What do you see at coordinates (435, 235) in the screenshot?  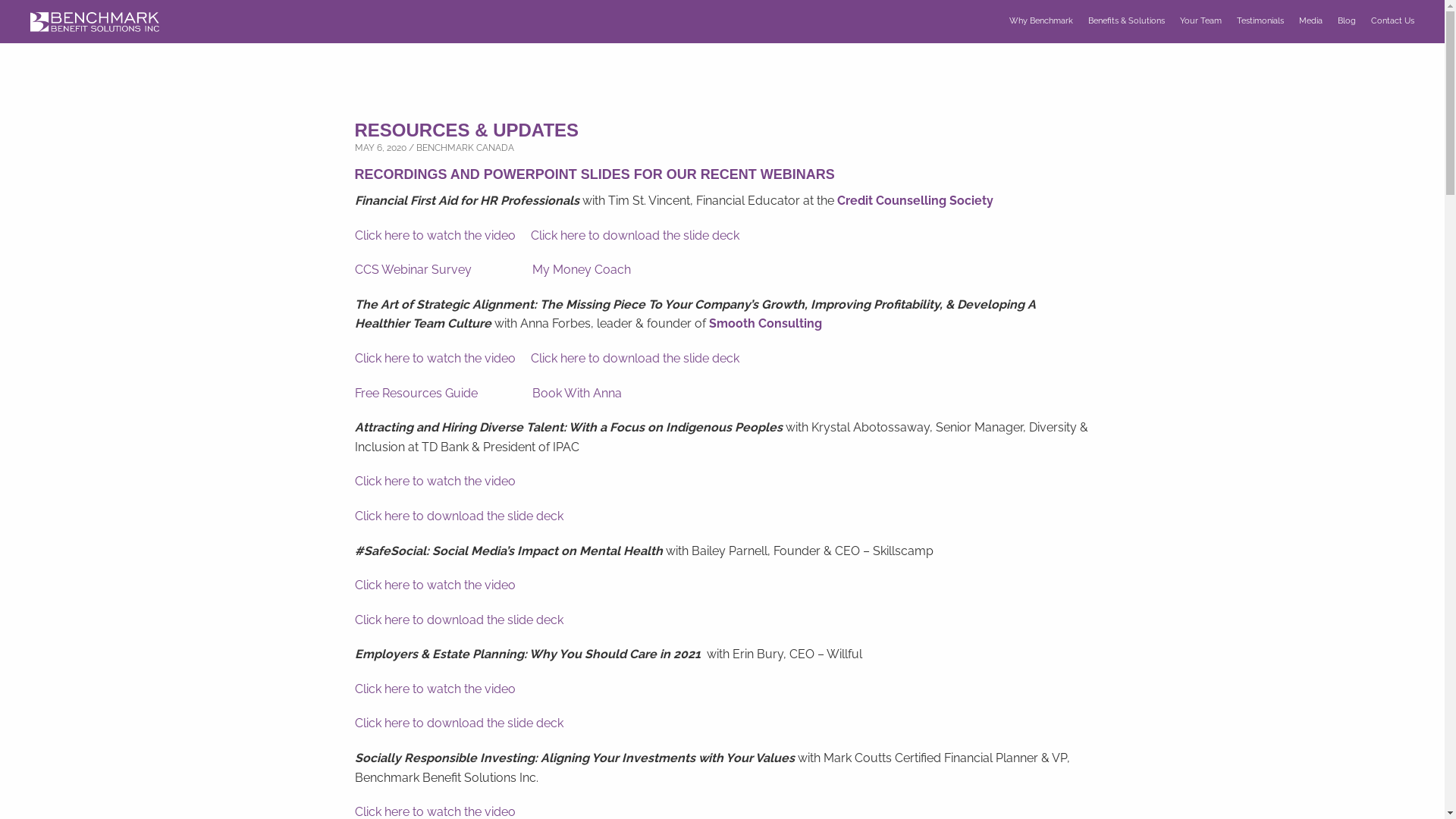 I see `'Click here to watch the video'` at bounding box center [435, 235].